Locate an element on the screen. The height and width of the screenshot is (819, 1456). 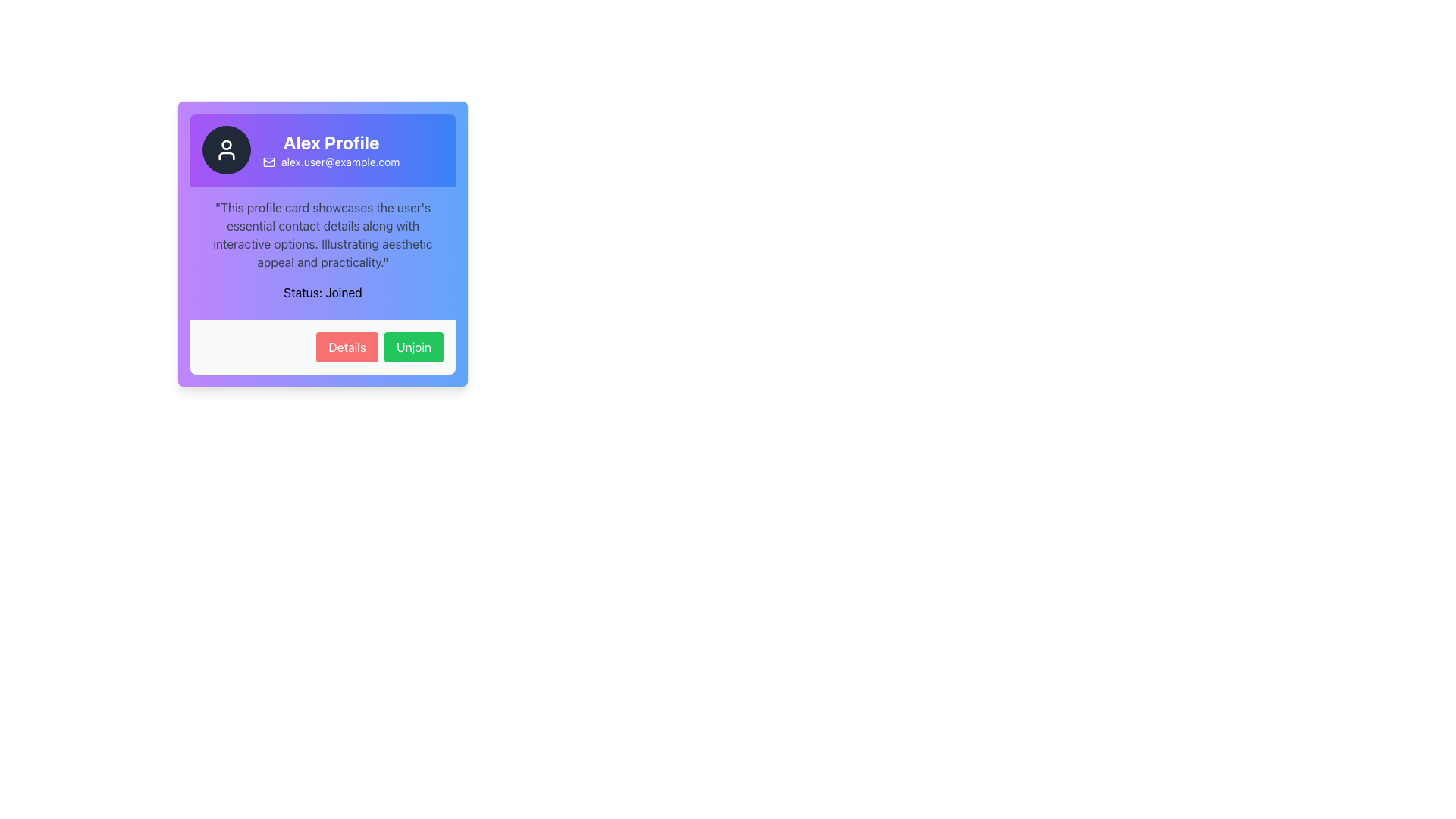
the text block displaying the message about the user's essential contact details, which is styled in gray and set against a purple and blue gradient background is located at coordinates (322, 234).